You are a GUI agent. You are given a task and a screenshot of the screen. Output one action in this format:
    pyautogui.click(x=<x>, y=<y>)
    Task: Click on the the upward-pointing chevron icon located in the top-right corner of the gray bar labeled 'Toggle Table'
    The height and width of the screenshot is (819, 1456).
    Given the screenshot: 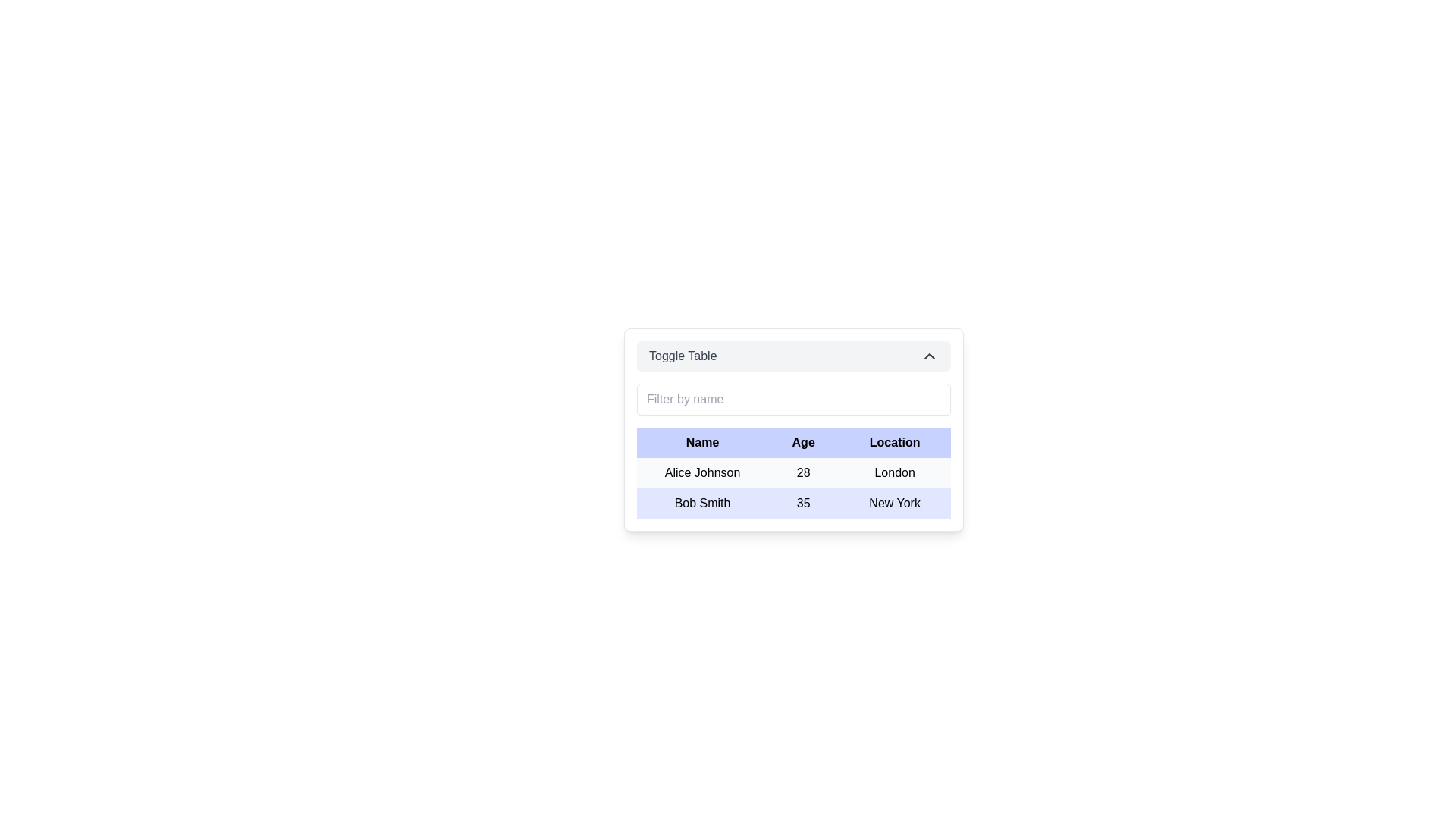 What is the action you would take?
    pyautogui.click(x=928, y=356)
    